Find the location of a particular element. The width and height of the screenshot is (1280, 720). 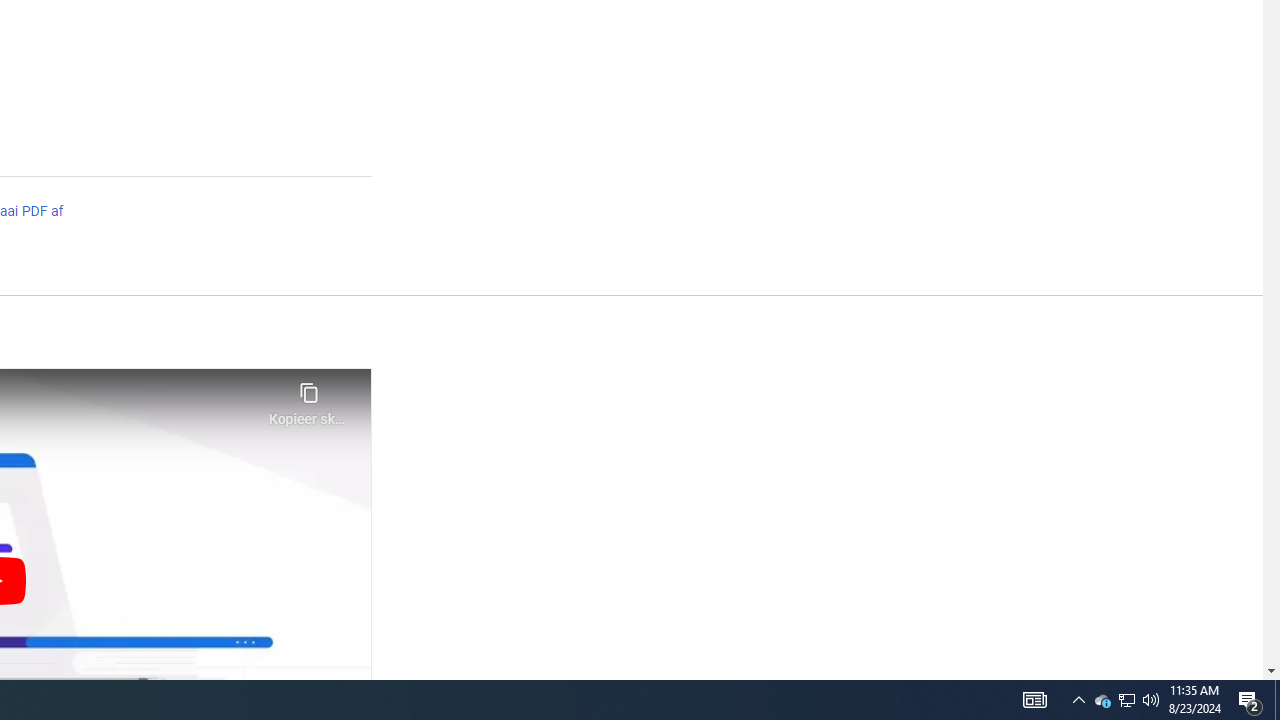

'Kopieer skakel' is located at coordinates (308, 398).